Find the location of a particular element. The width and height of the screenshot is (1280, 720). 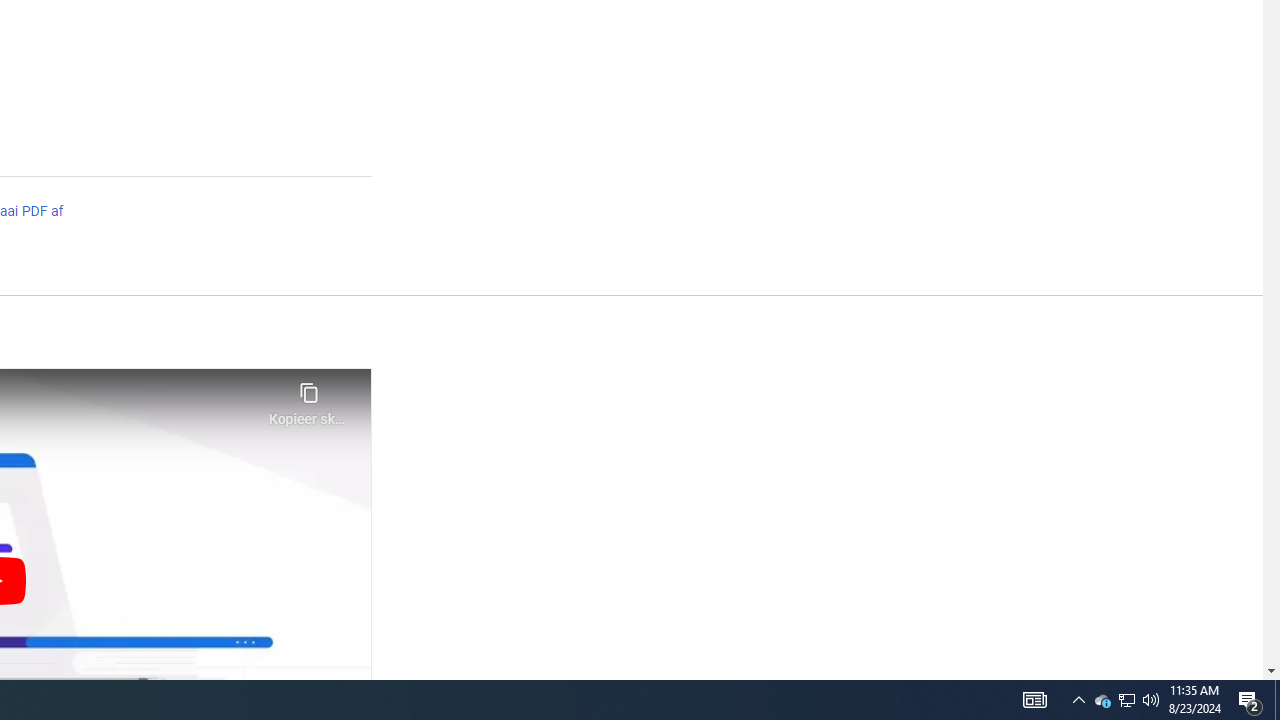

'Kopieer skakel' is located at coordinates (308, 398).